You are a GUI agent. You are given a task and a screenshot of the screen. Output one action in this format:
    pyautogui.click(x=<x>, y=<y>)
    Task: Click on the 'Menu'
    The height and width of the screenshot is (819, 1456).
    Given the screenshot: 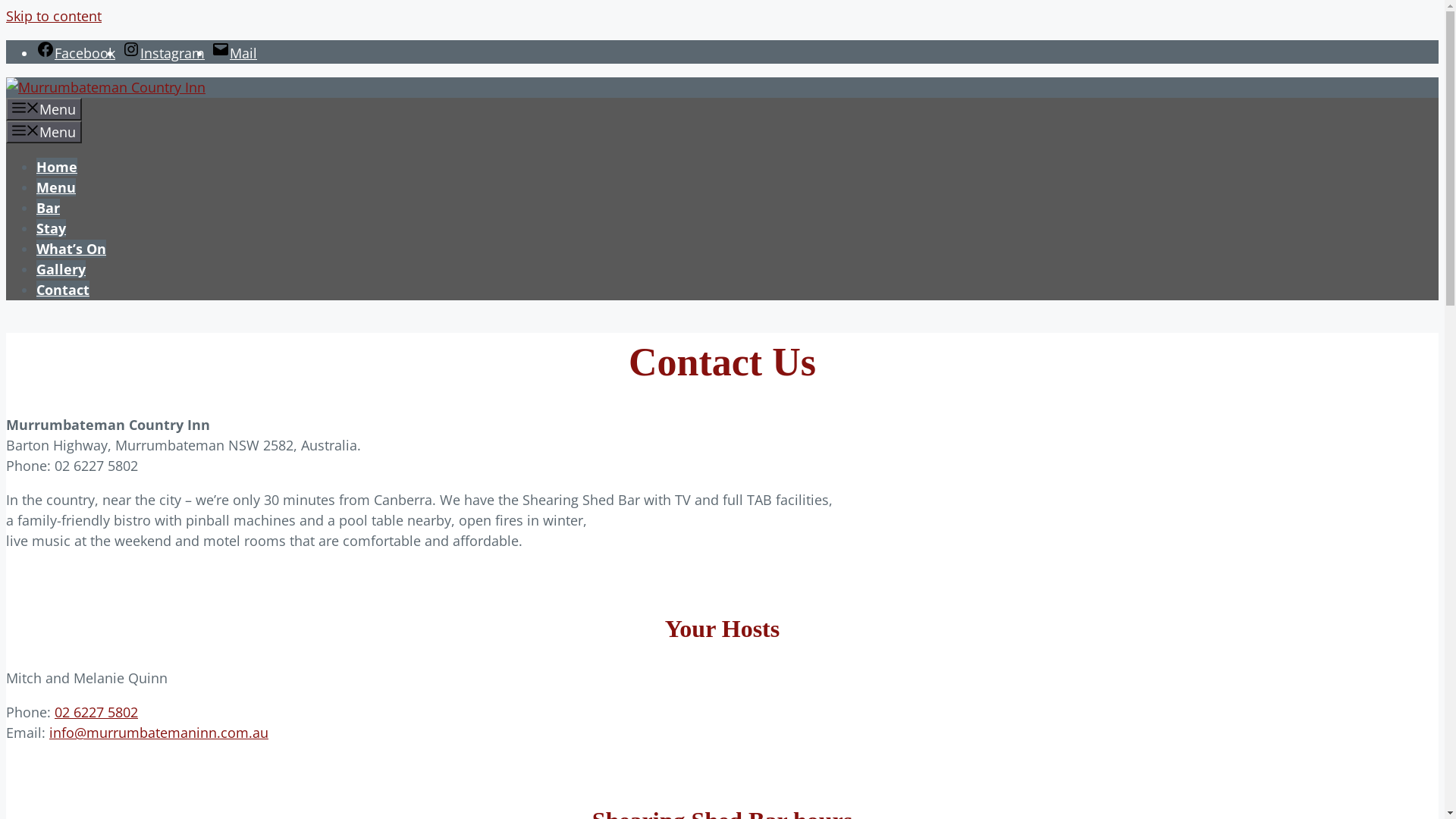 What is the action you would take?
    pyautogui.click(x=55, y=186)
    